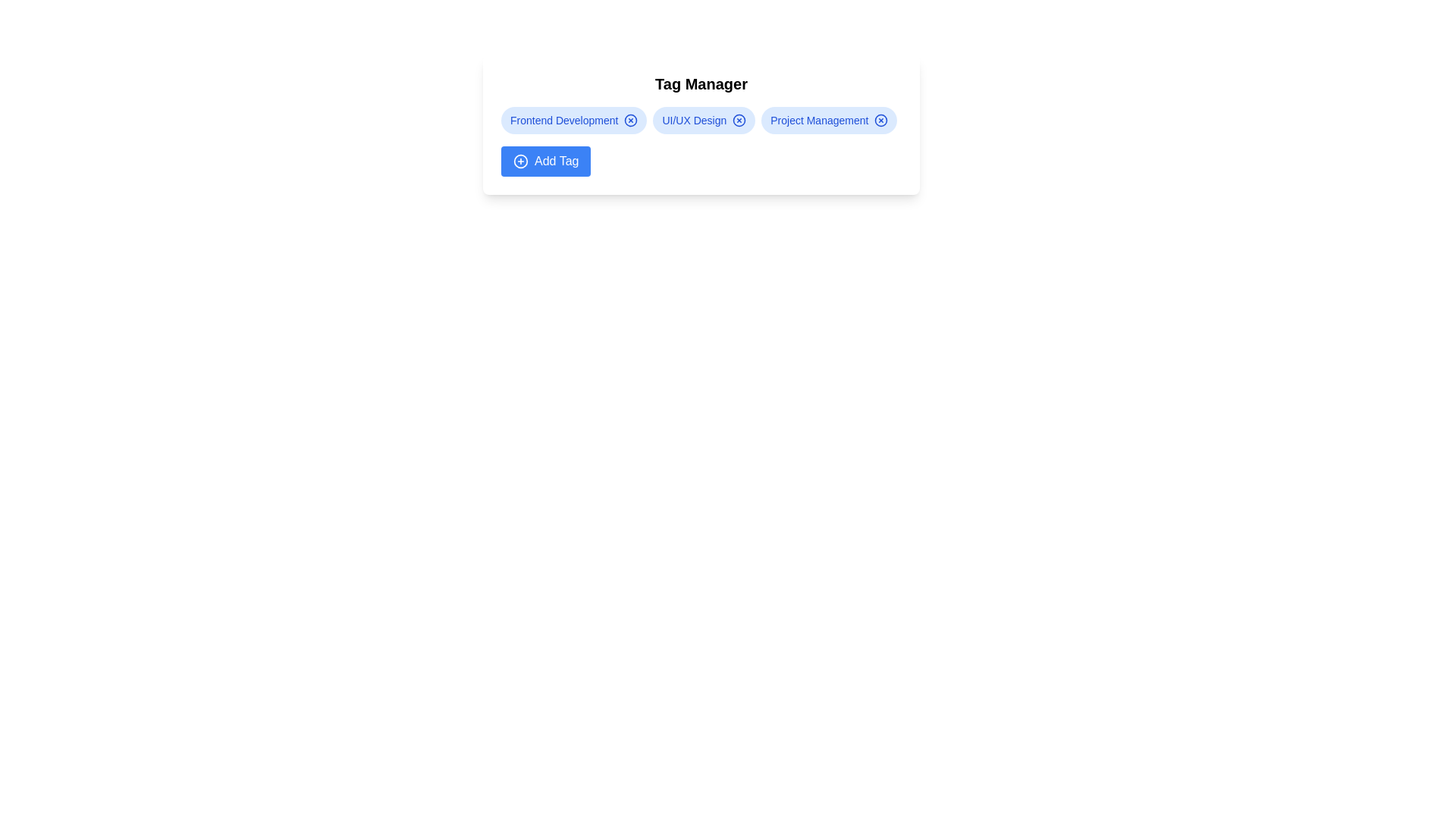 The height and width of the screenshot is (819, 1456). What do you see at coordinates (546, 161) in the screenshot?
I see `'Add Tag' button to add a new tag` at bounding box center [546, 161].